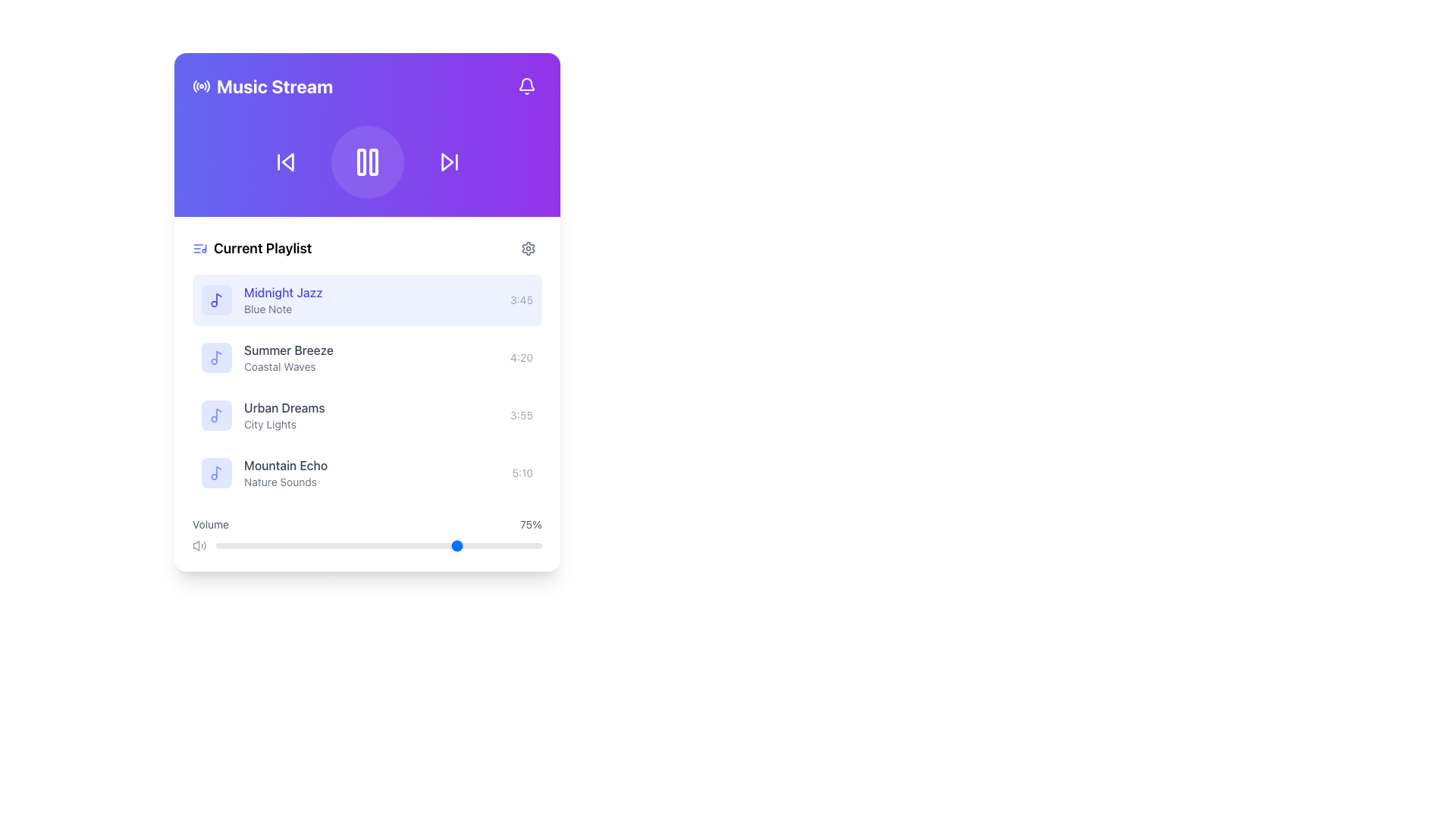 This screenshot has width=1456, height=819. I want to click on the volume slider, so click(241, 546).